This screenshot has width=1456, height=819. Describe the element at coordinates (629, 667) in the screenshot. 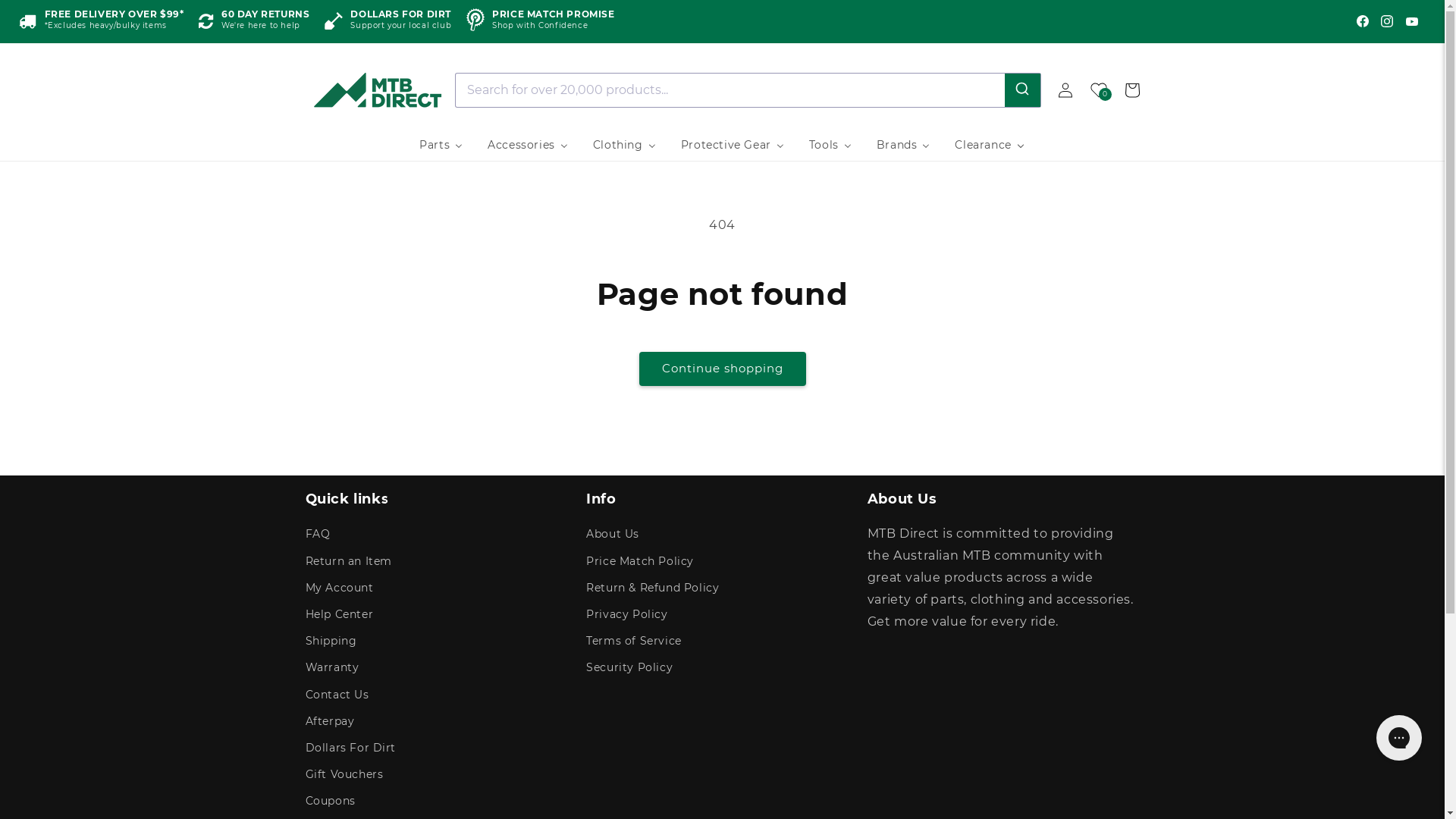

I see `'Security Policy'` at that location.